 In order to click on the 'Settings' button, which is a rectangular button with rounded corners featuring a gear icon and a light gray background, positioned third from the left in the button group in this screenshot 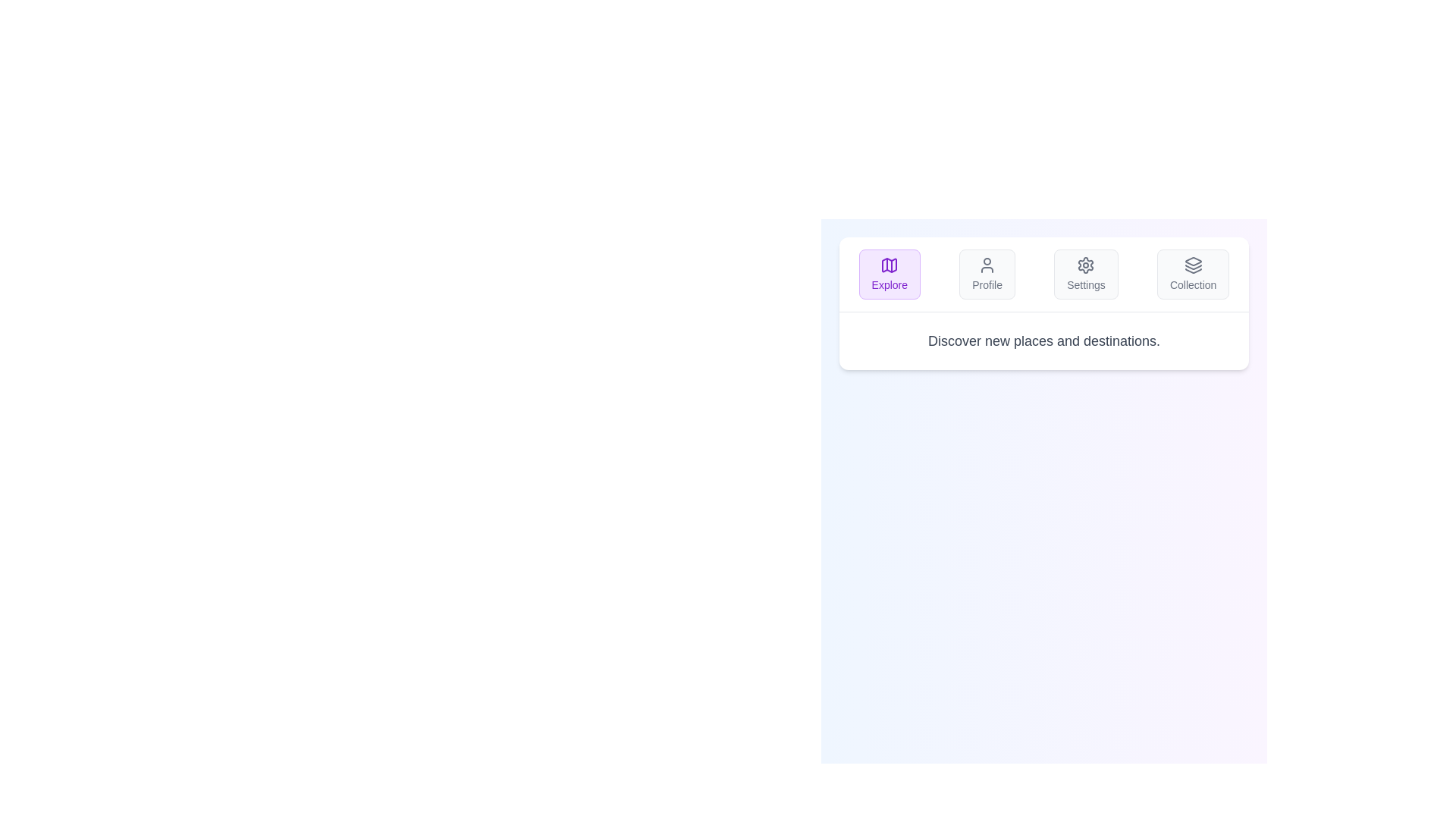, I will do `click(1085, 275)`.